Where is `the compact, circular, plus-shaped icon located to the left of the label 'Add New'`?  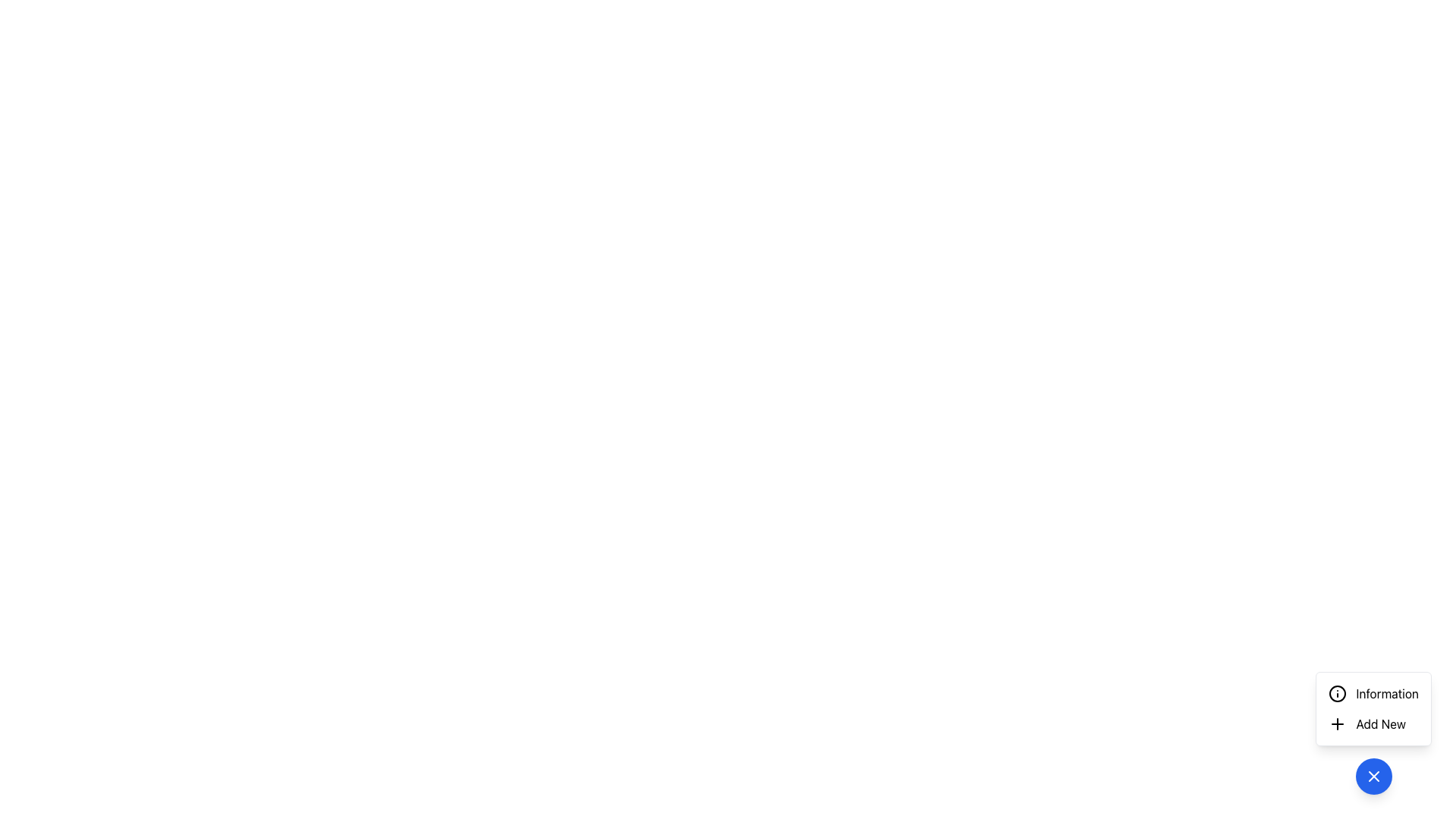 the compact, circular, plus-shaped icon located to the left of the label 'Add New' is located at coordinates (1338, 723).